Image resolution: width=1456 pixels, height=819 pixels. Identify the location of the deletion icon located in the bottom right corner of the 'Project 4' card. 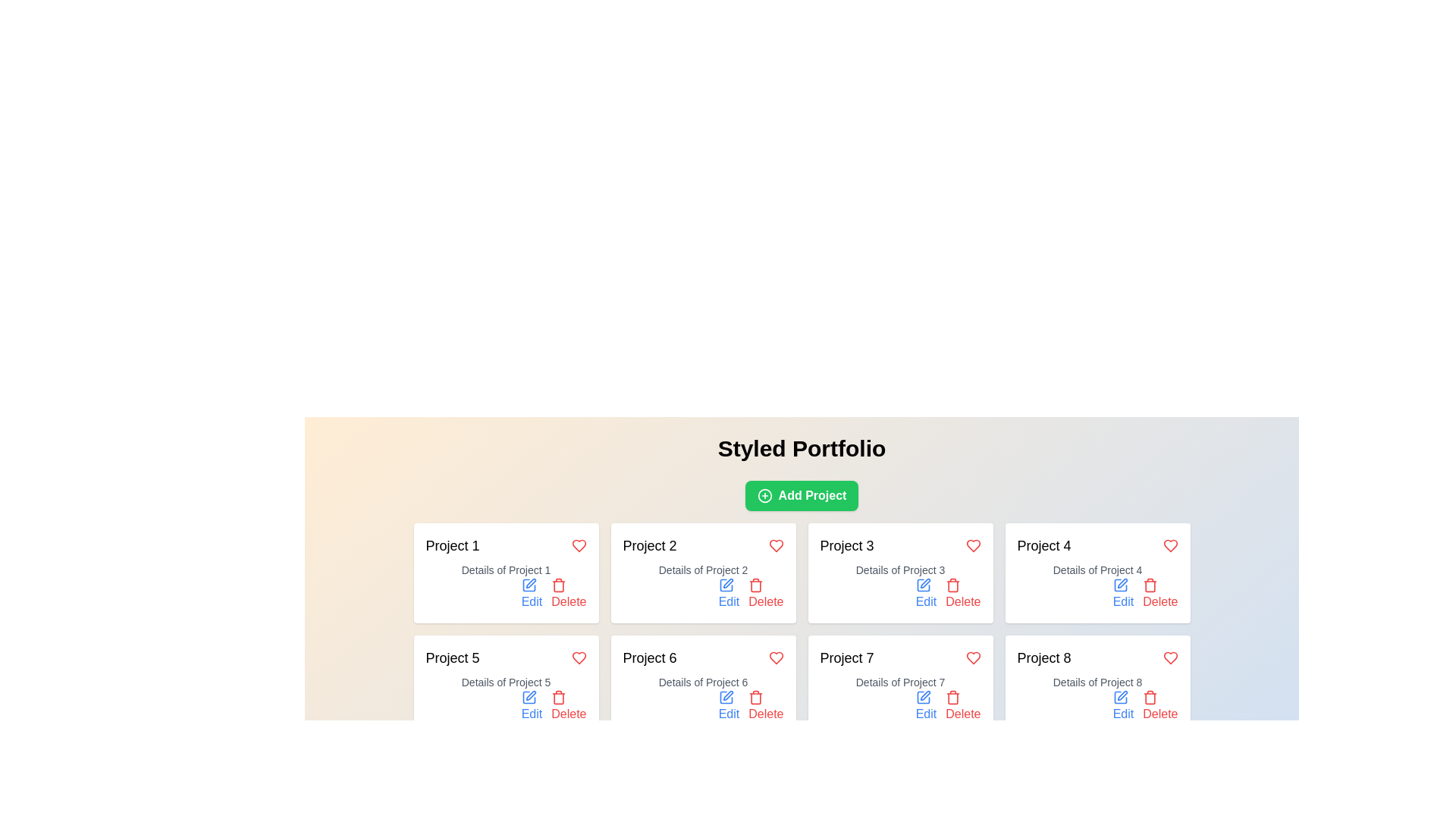
(1150, 584).